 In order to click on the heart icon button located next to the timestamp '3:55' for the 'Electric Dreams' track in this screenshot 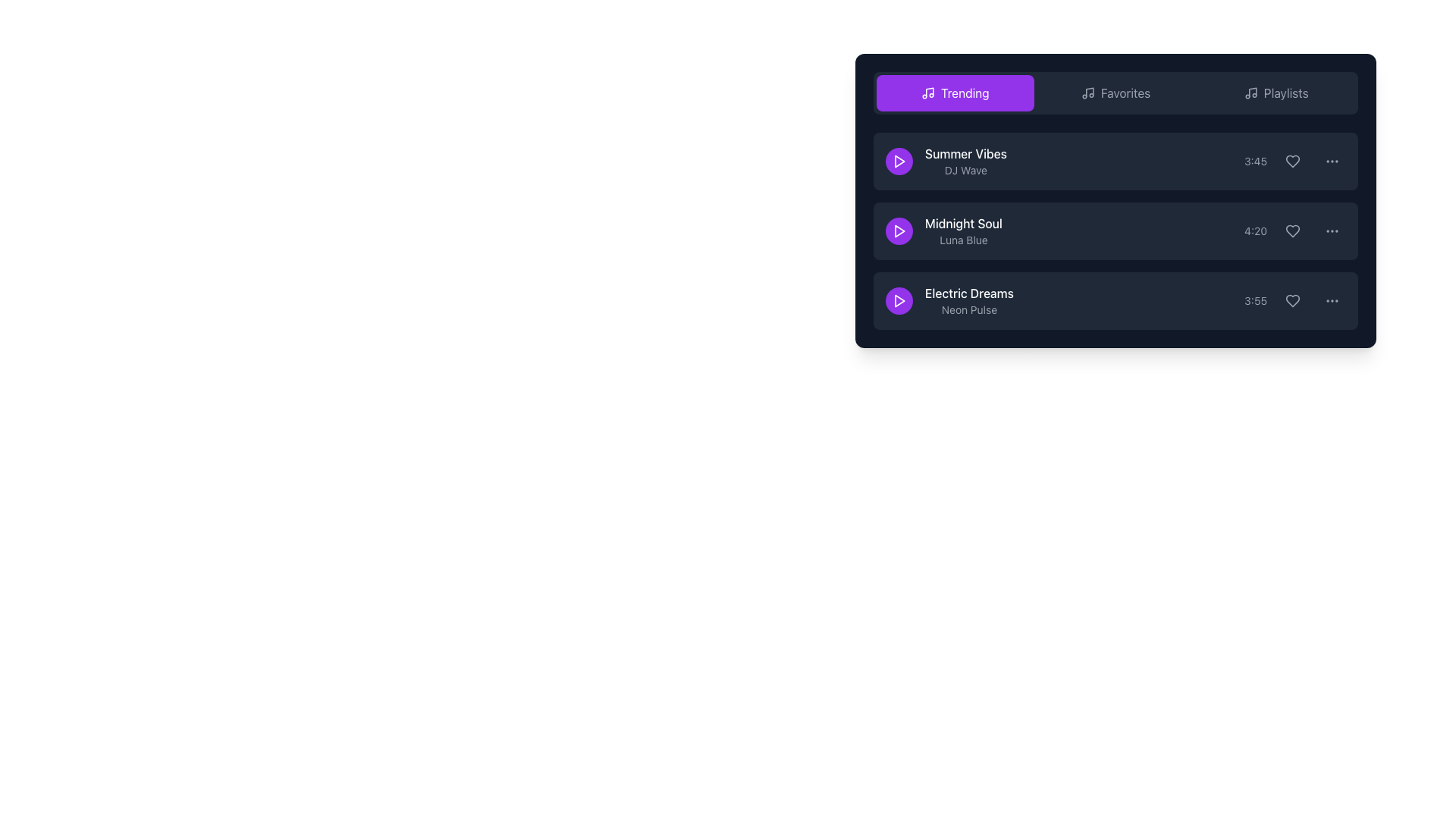, I will do `click(1291, 301)`.